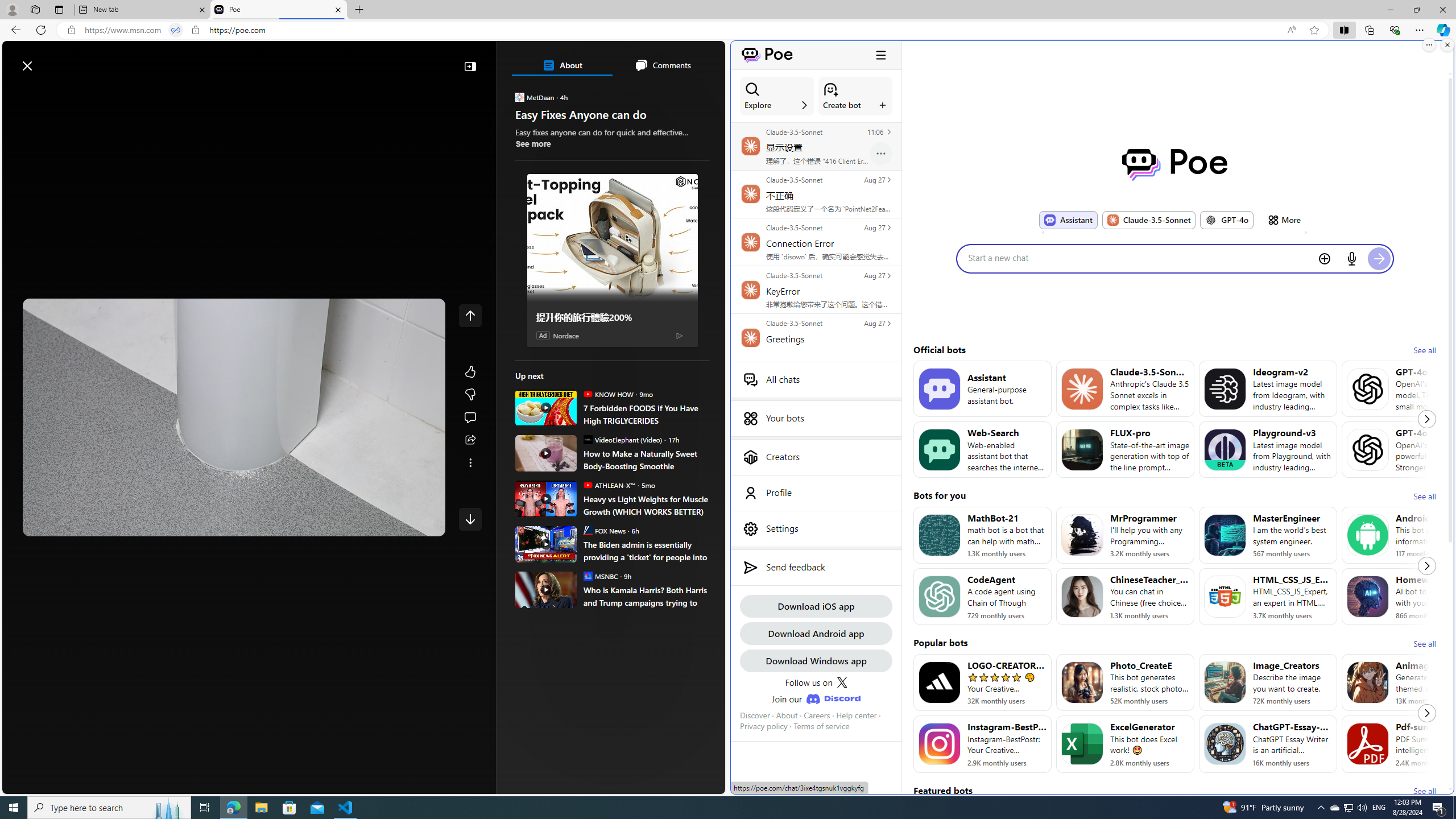 Image resolution: width=1456 pixels, height=819 pixels. What do you see at coordinates (1224, 682) in the screenshot?
I see `'Bot image for Image_Creators'` at bounding box center [1224, 682].